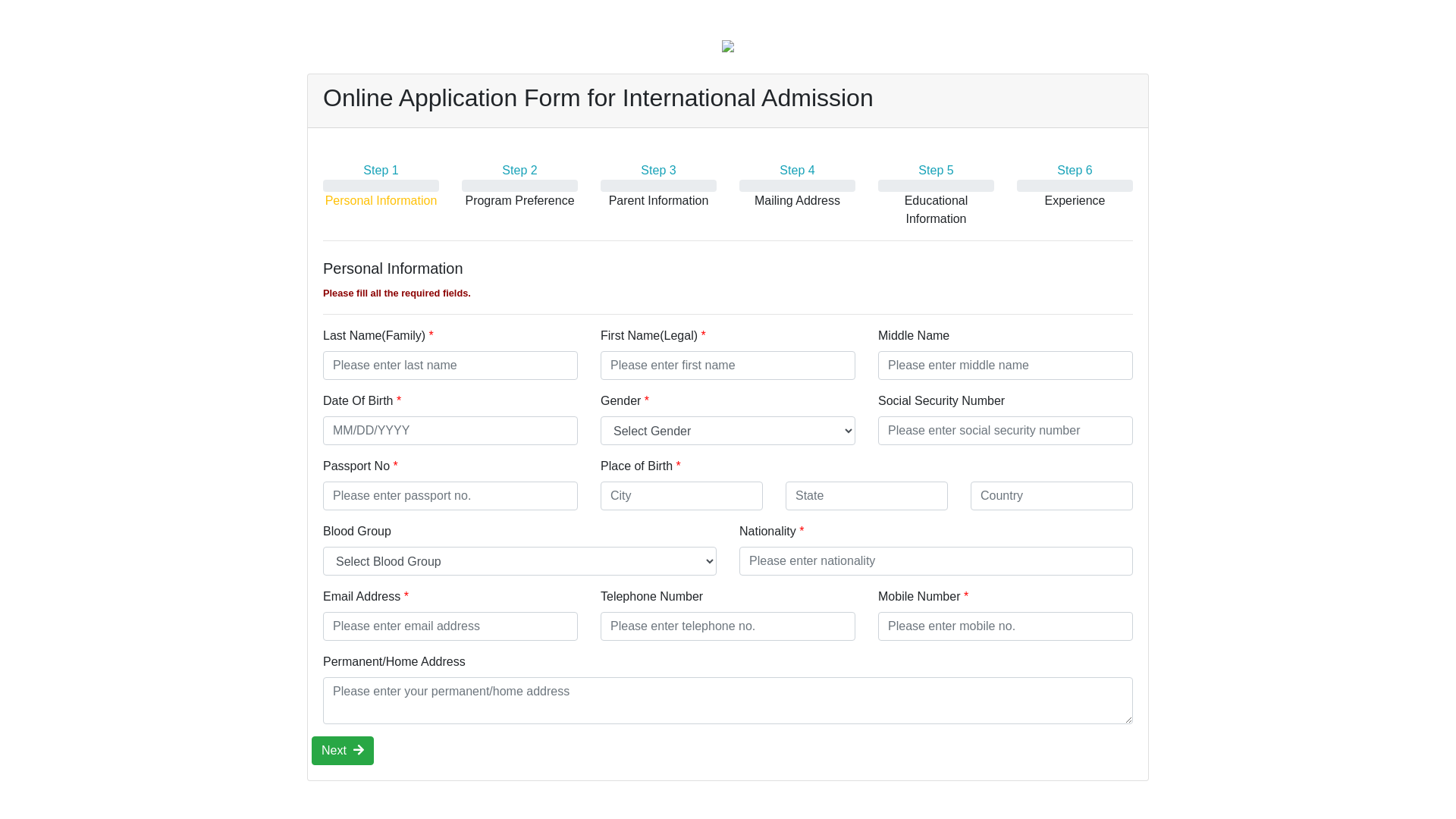 The image size is (1456, 819). What do you see at coordinates (341, 751) in the screenshot?
I see `'Next  '` at bounding box center [341, 751].